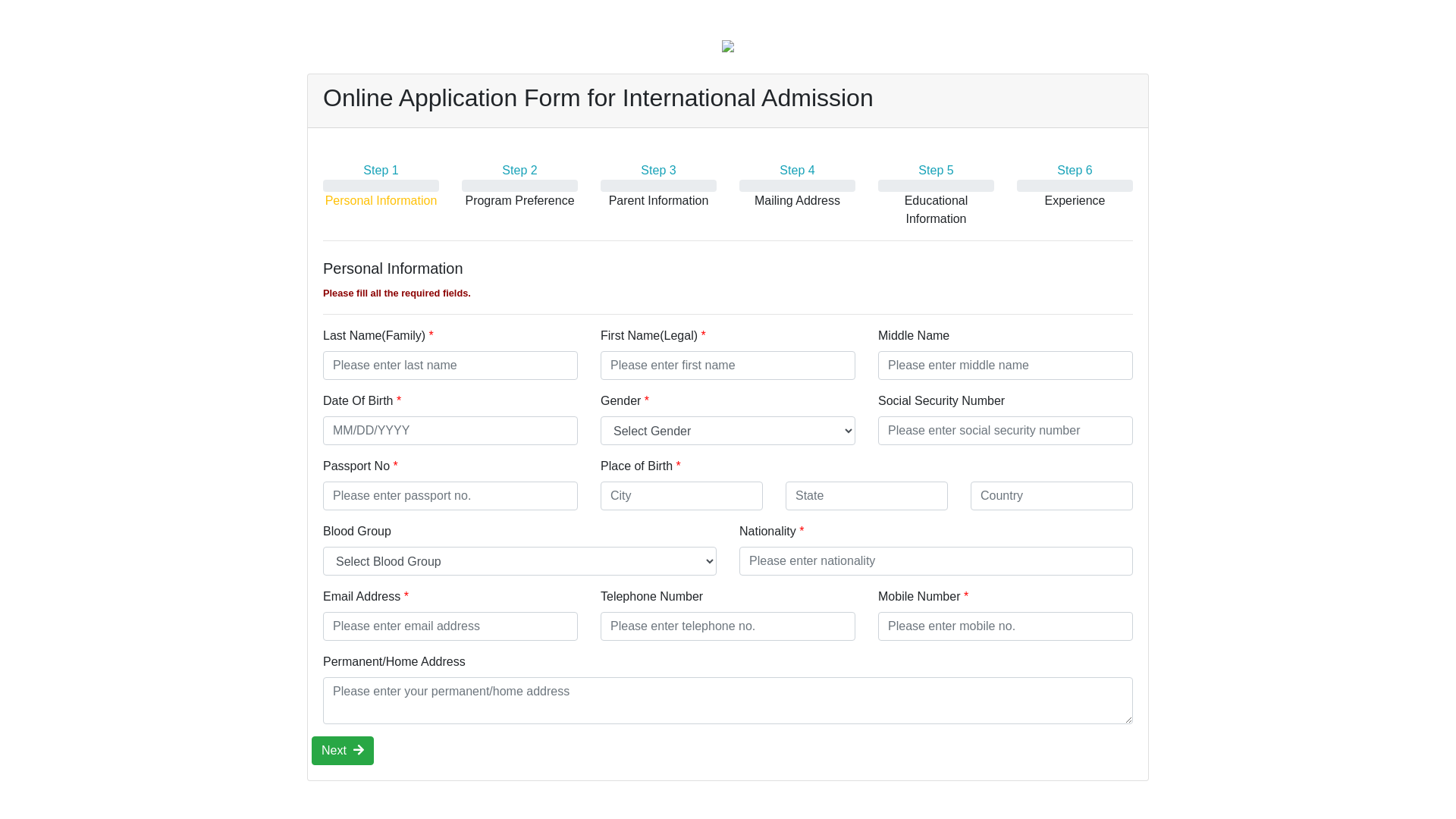 The image size is (1456, 819). What do you see at coordinates (341, 751) in the screenshot?
I see `'Next  '` at bounding box center [341, 751].